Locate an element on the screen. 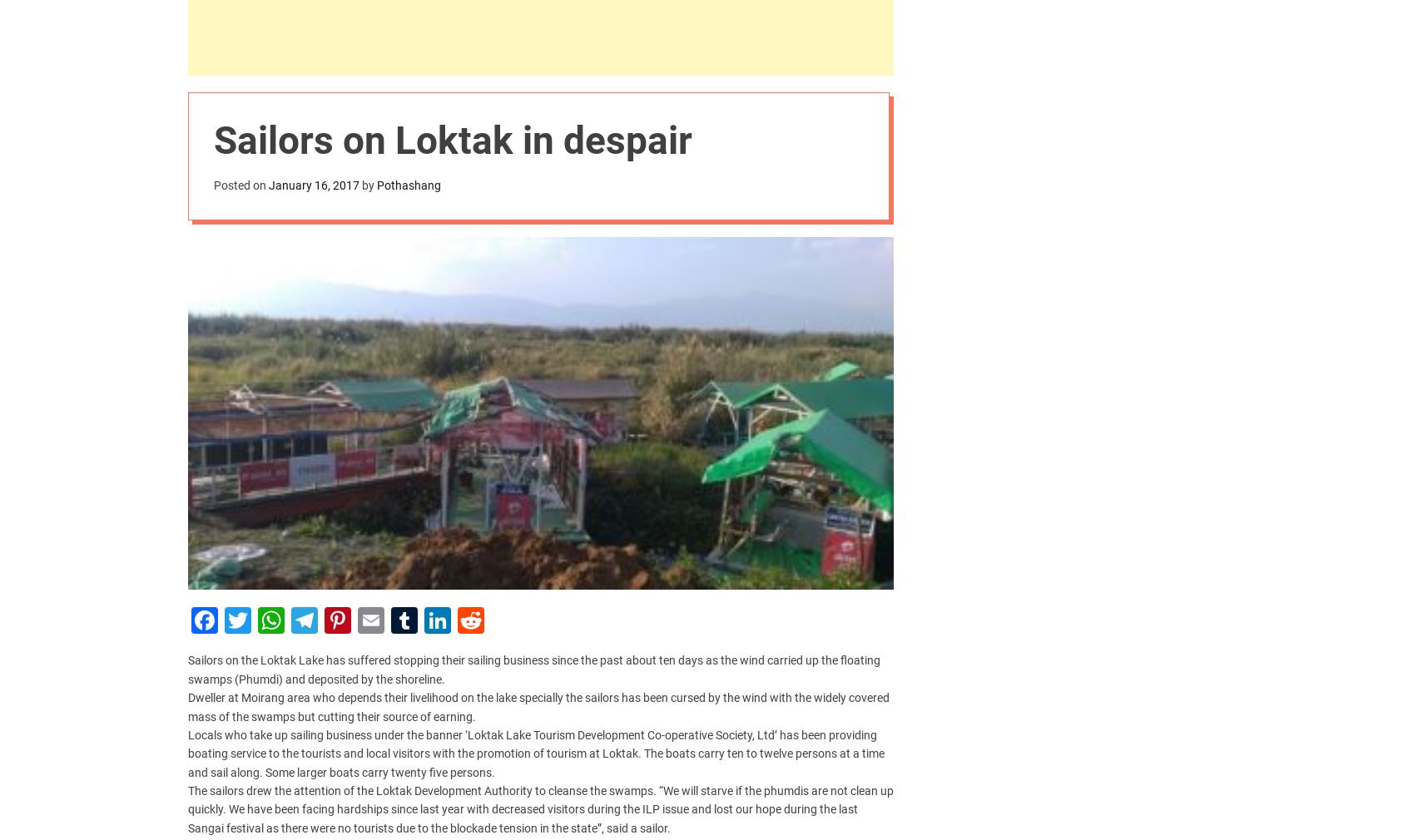  'pothashang@gmail.com' is located at coordinates (251, 683).